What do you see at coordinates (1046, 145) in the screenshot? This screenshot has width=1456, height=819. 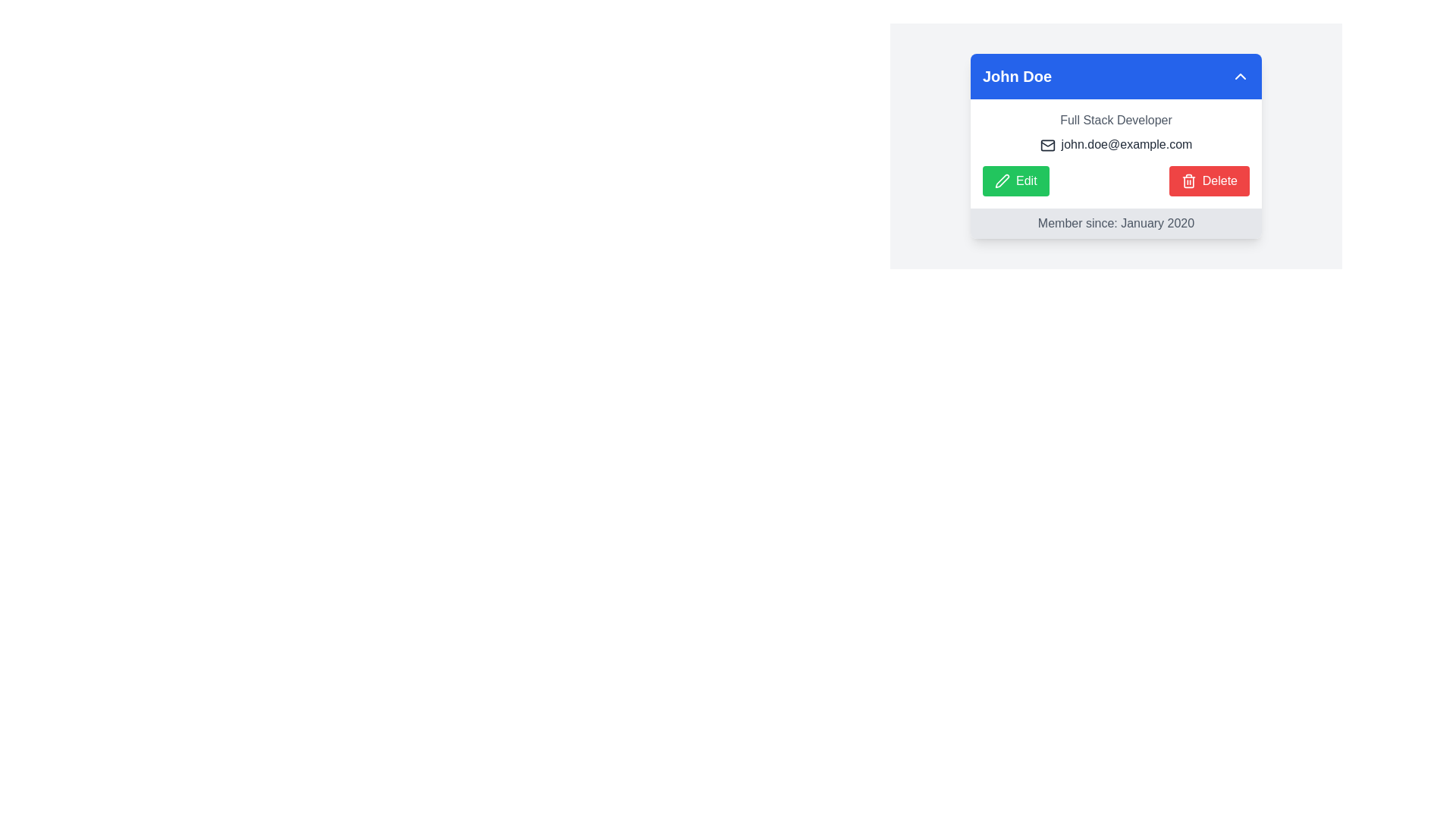 I see `the mail icon, which is a simplistic outlined envelope located to the left of the email address 'john.doe@example.com' in the email section of the card interface` at bounding box center [1046, 145].